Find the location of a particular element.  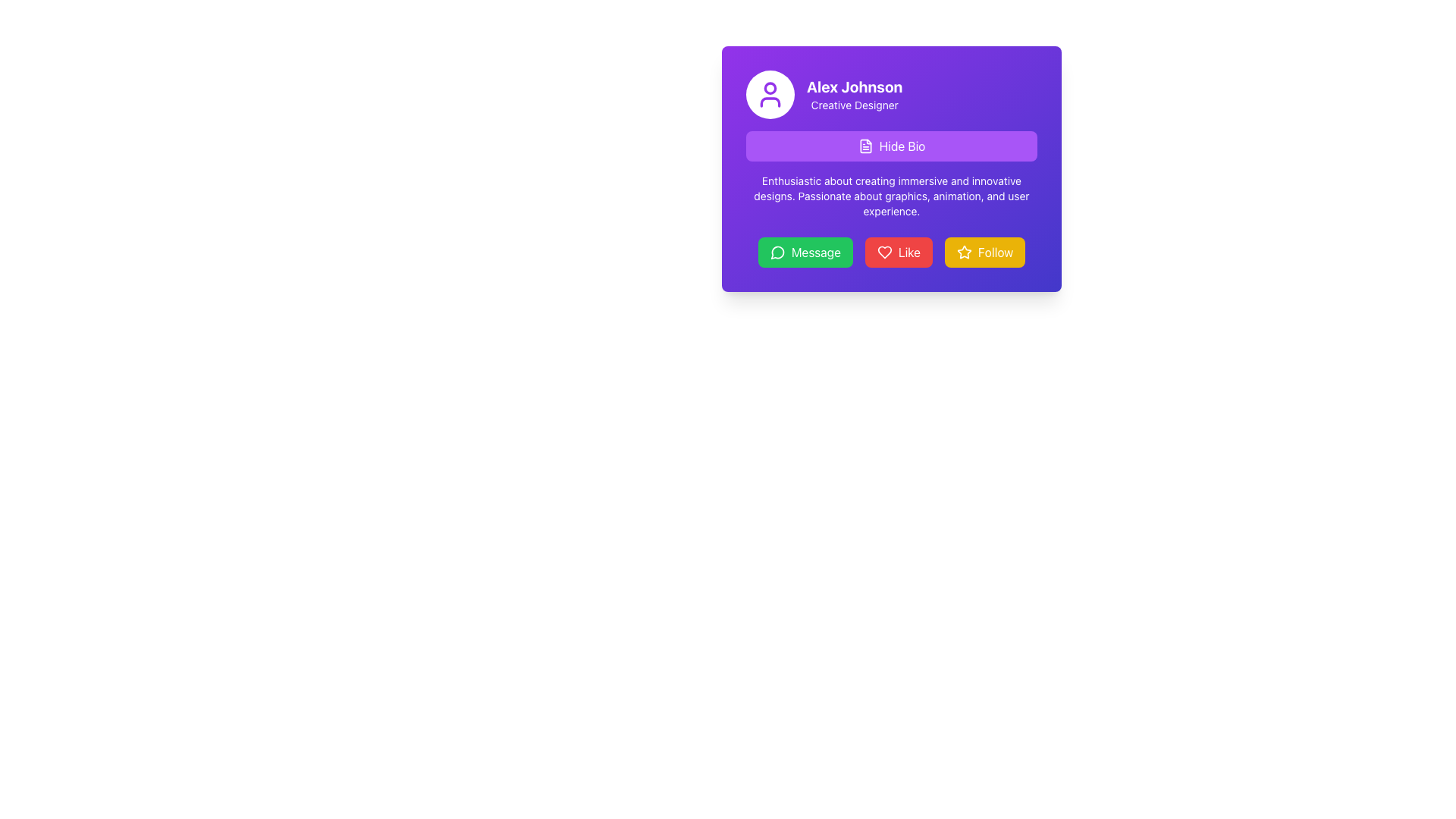

the icon representing the 'Hide Bio' action located to the left of the text within the 'Hide Bio' button on Alex Johnson's profile card is located at coordinates (865, 146).